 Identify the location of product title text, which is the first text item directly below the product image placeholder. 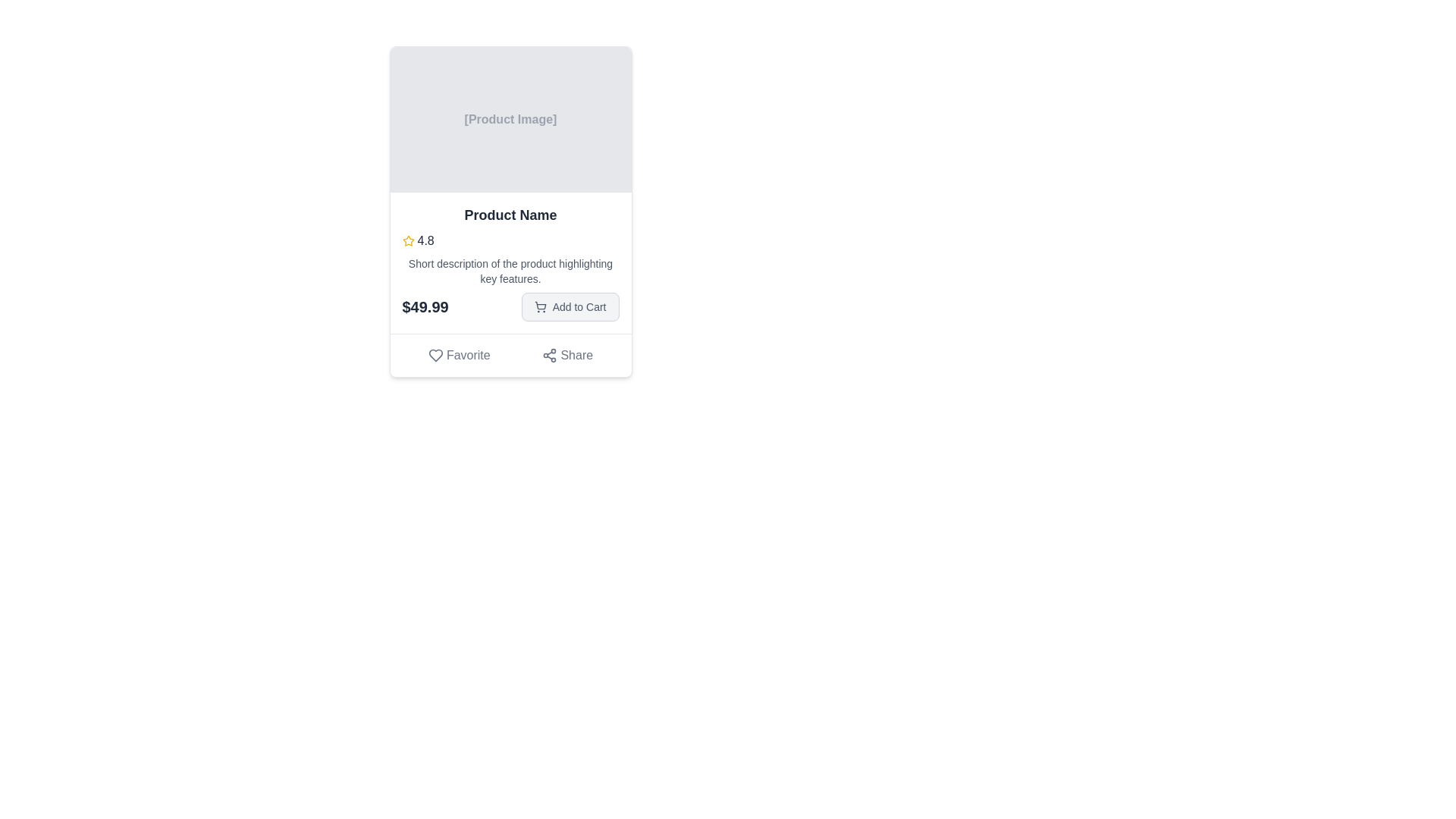
(510, 215).